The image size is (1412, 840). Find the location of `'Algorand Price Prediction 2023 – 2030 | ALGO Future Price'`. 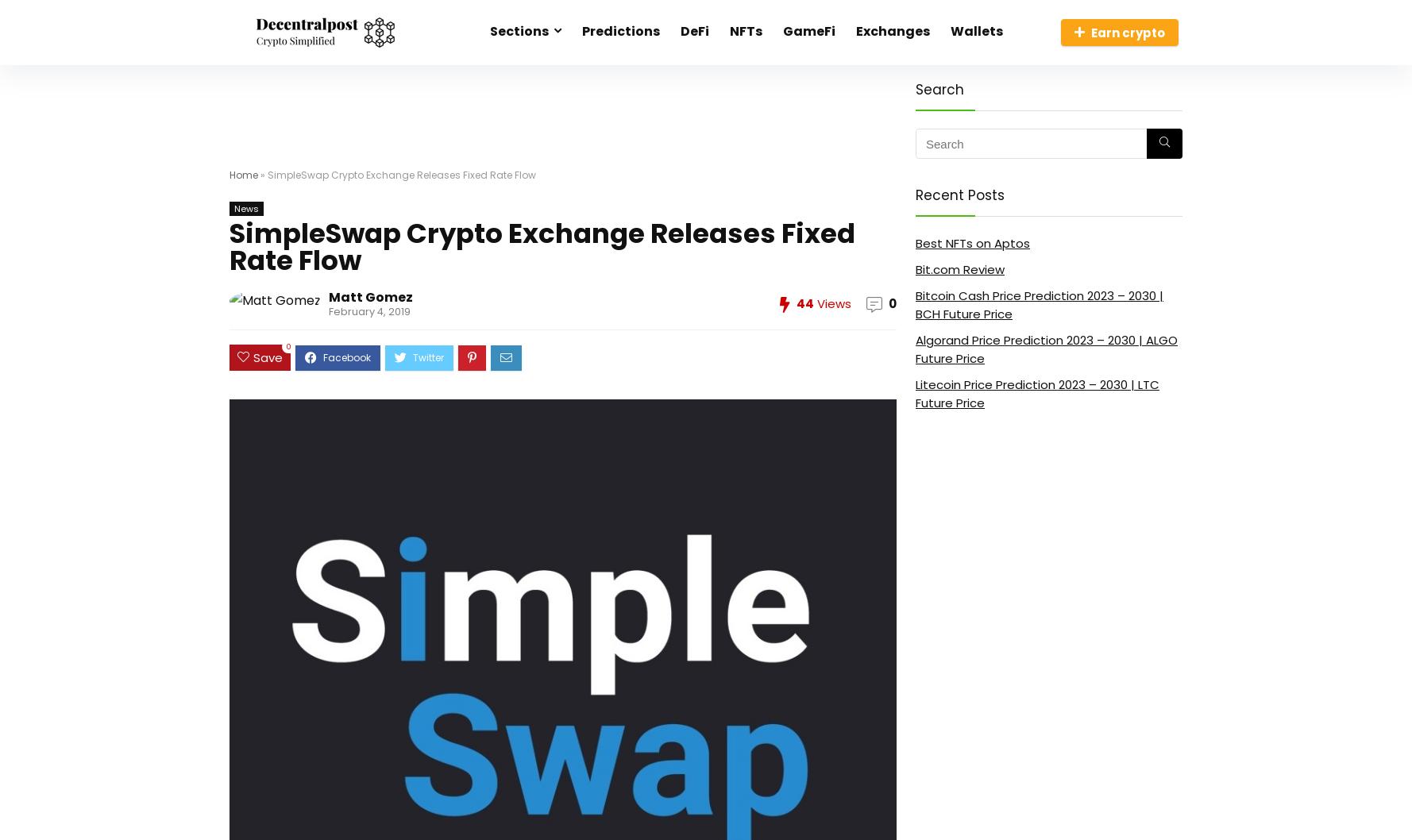

'Algorand Price Prediction 2023 – 2030 | ALGO Future Price' is located at coordinates (1047, 349).